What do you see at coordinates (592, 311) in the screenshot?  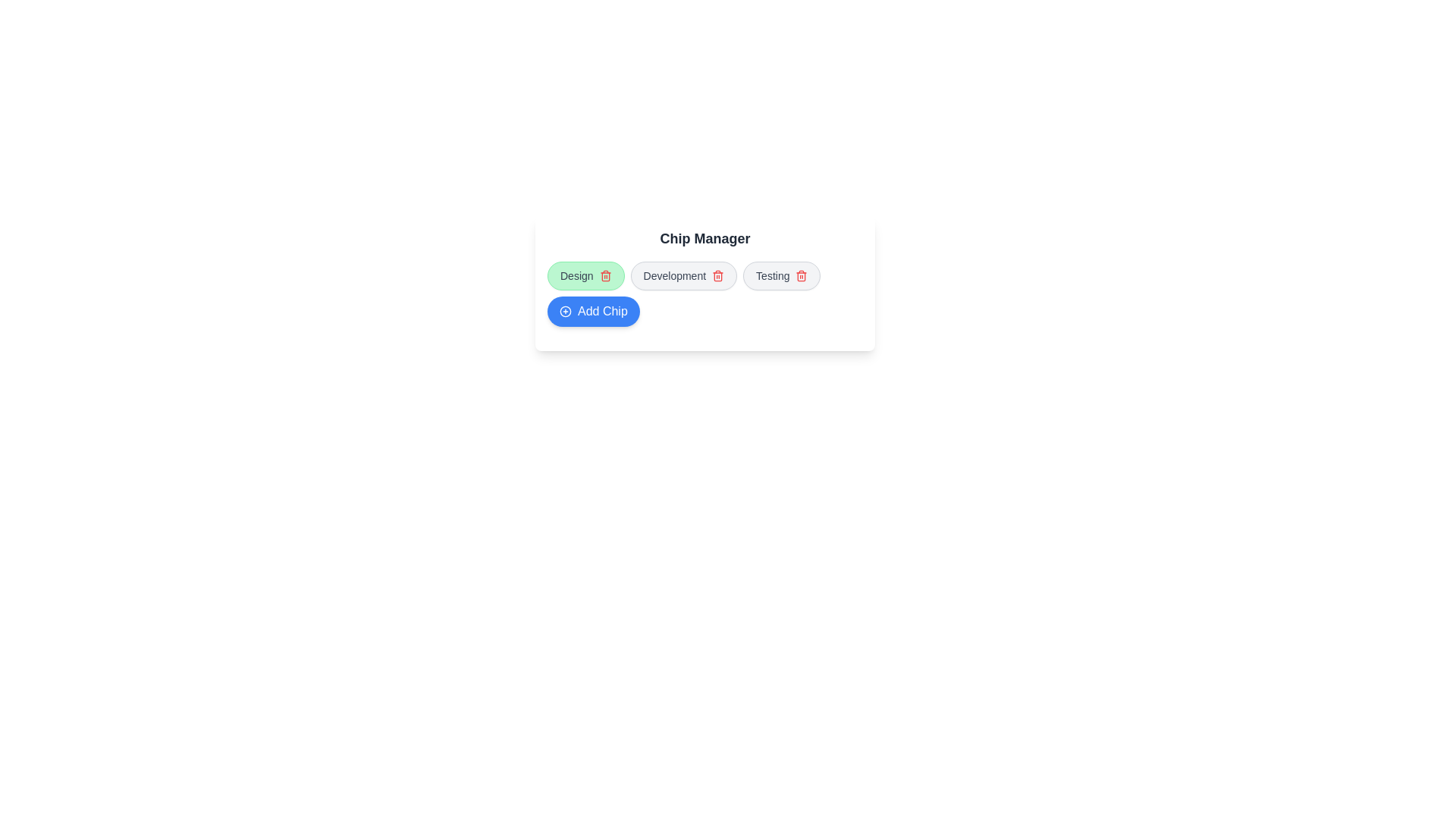 I see `the 'Add Chip' button to add a new chip` at bounding box center [592, 311].